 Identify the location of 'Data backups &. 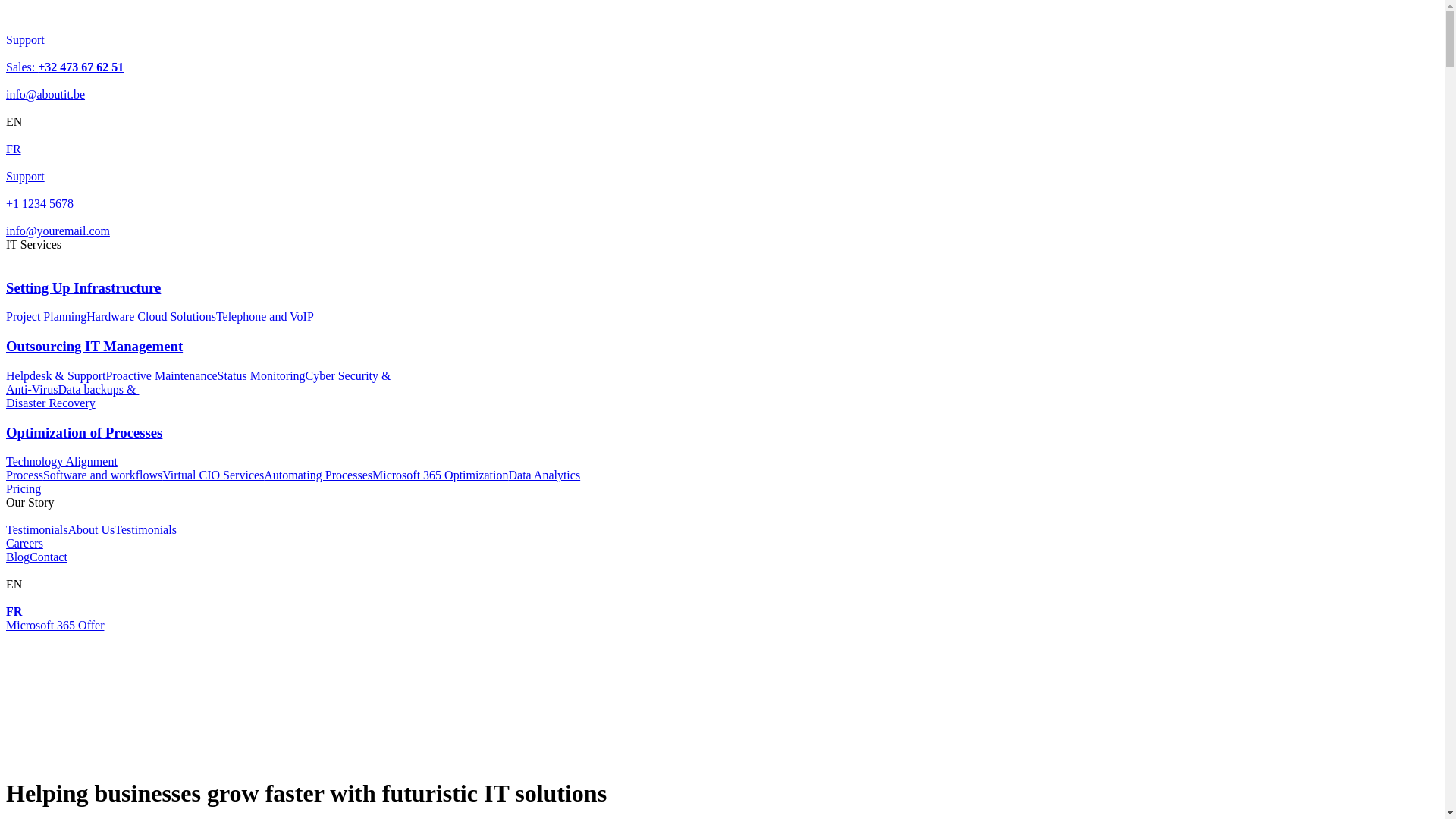
(6, 395).